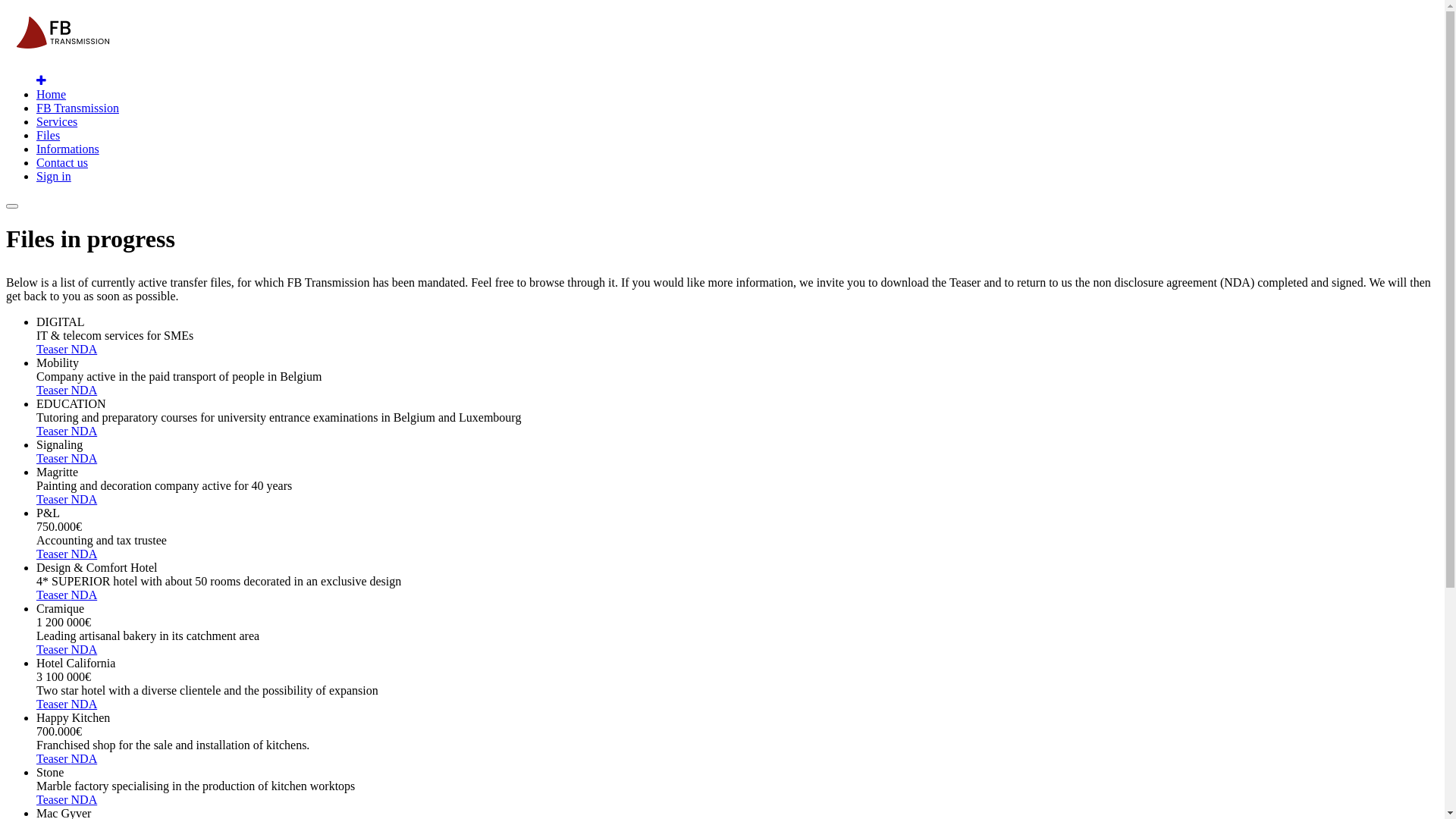  What do you see at coordinates (54, 704) in the screenshot?
I see `'Teaser'` at bounding box center [54, 704].